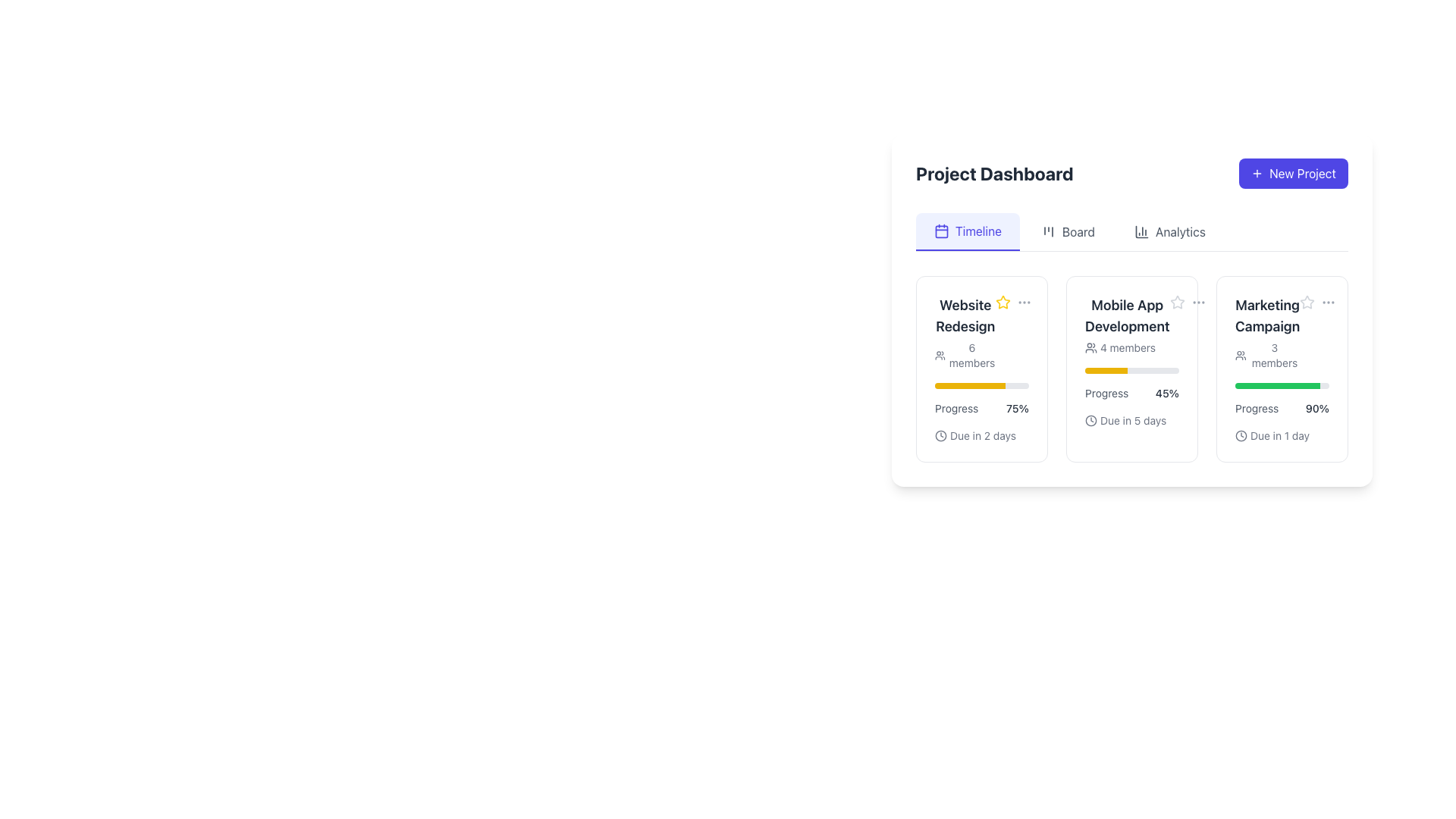 The height and width of the screenshot is (819, 1456). Describe the element at coordinates (955, 408) in the screenshot. I see `the 'Progress' text label displayed in gray color, which is part of the 'Website Redesign' section of the dashboard layout` at that location.